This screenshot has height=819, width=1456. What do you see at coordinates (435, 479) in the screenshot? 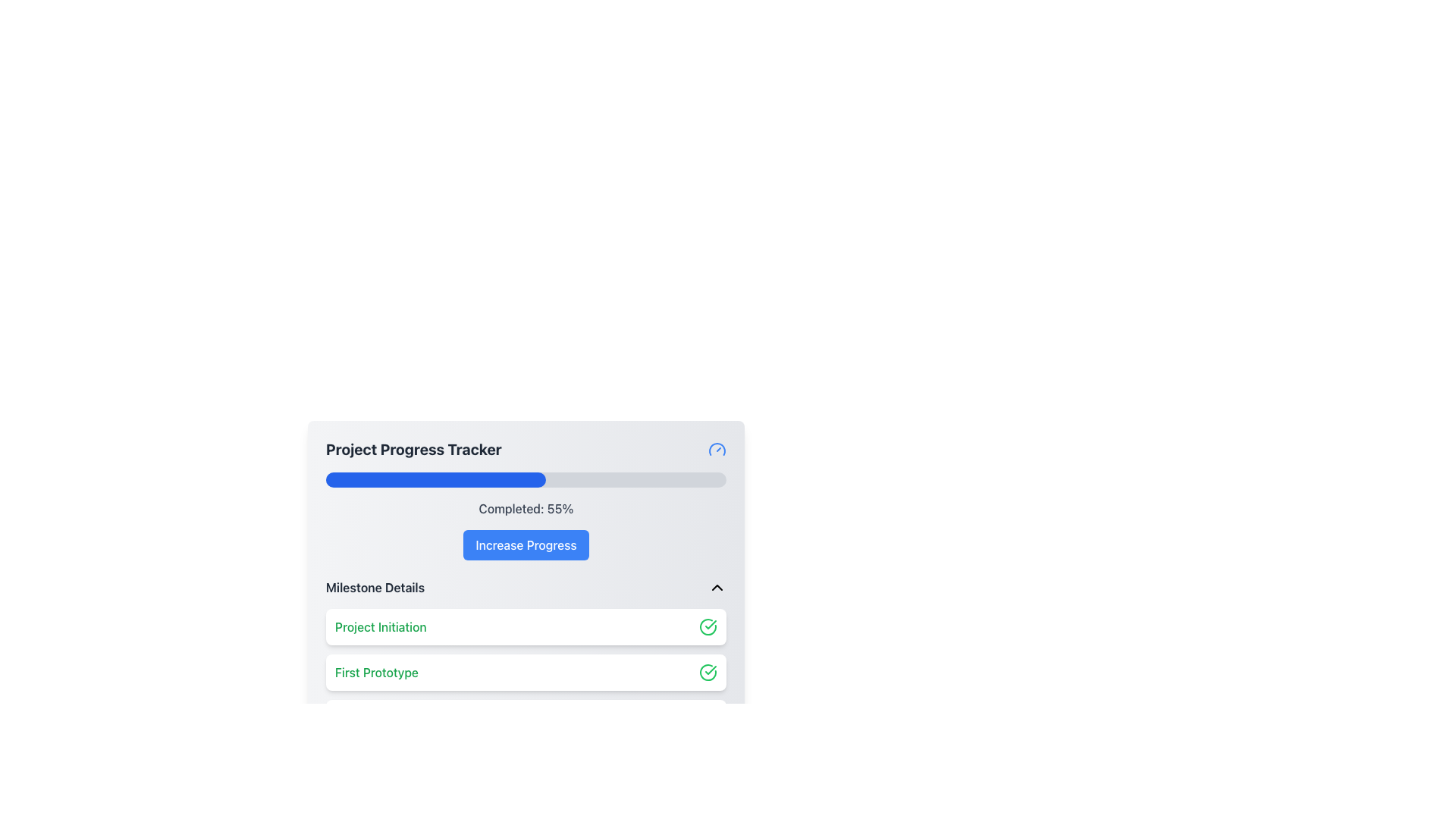
I see `the Progress indicator bar that visually indicates the current progress of the task or project, which is located under the heading 'Project Progress Tracker.'` at bounding box center [435, 479].